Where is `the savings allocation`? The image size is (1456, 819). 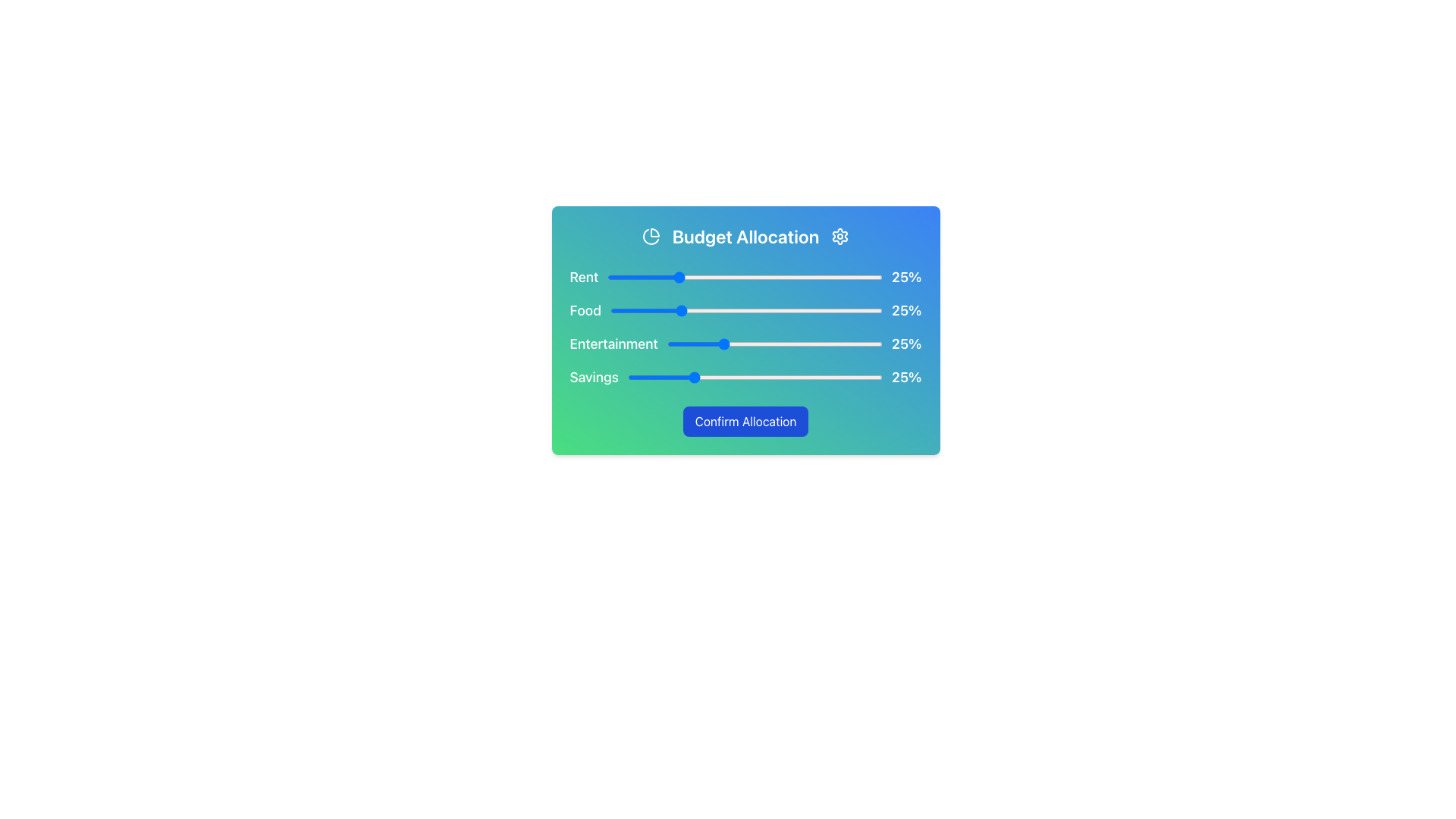 the savings allocation is located at coordinates (652, 376).